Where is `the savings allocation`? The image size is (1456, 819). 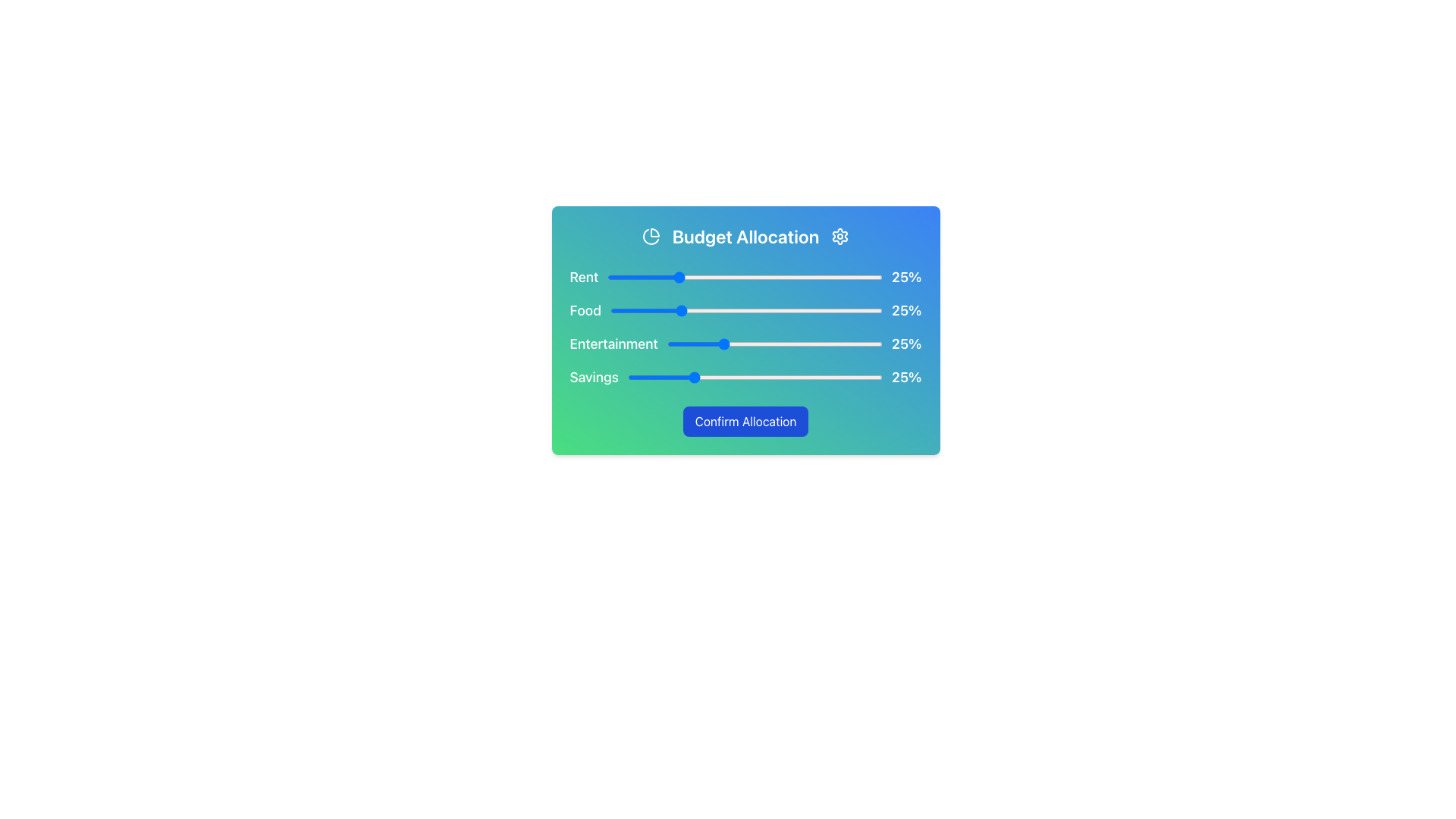 the savings allocation is located at coordinates (652, 376).